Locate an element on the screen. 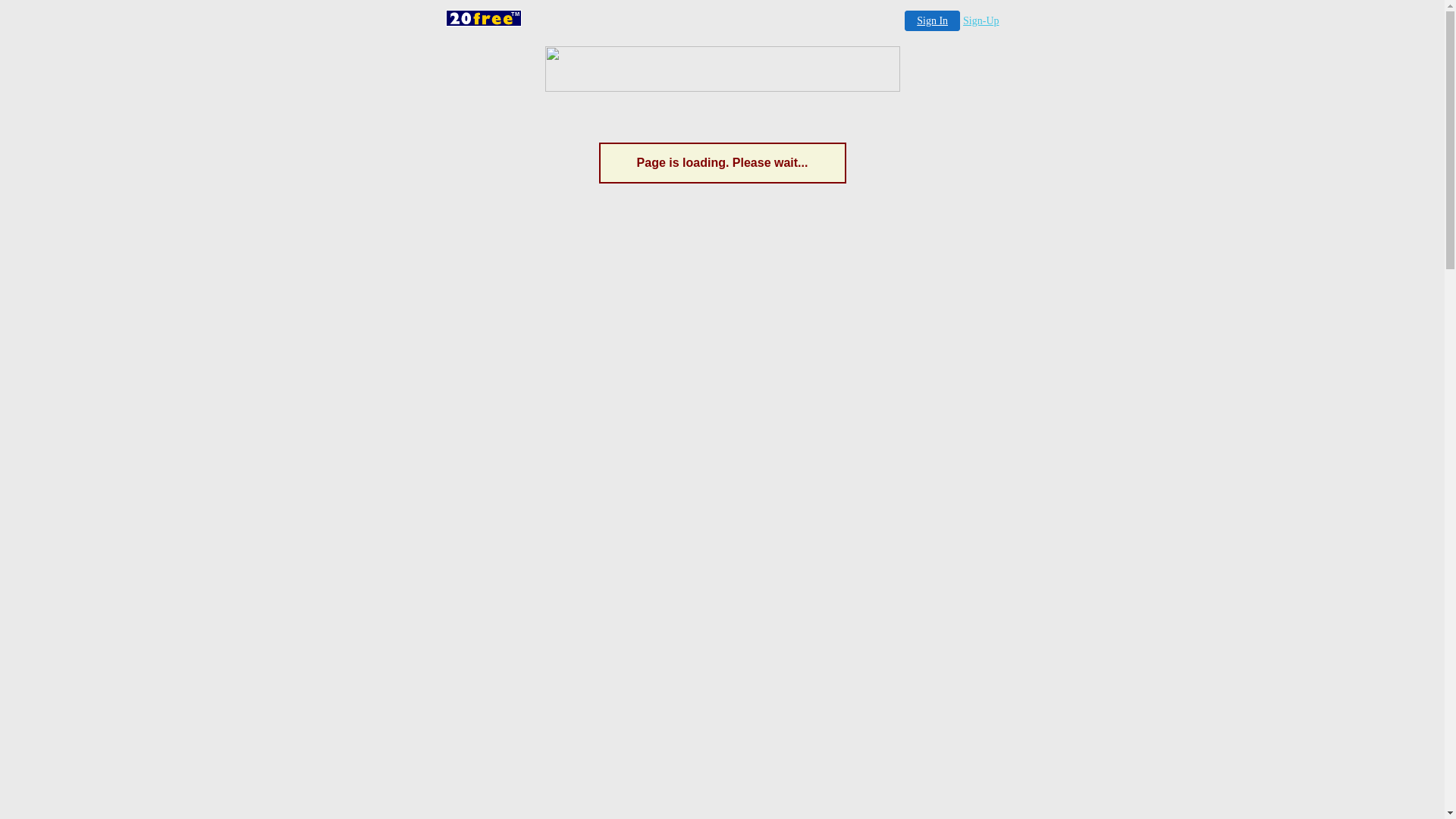 The height and width of the screenshot is (819, 1456). 'Sign In' is located at coordinates (931, 20).